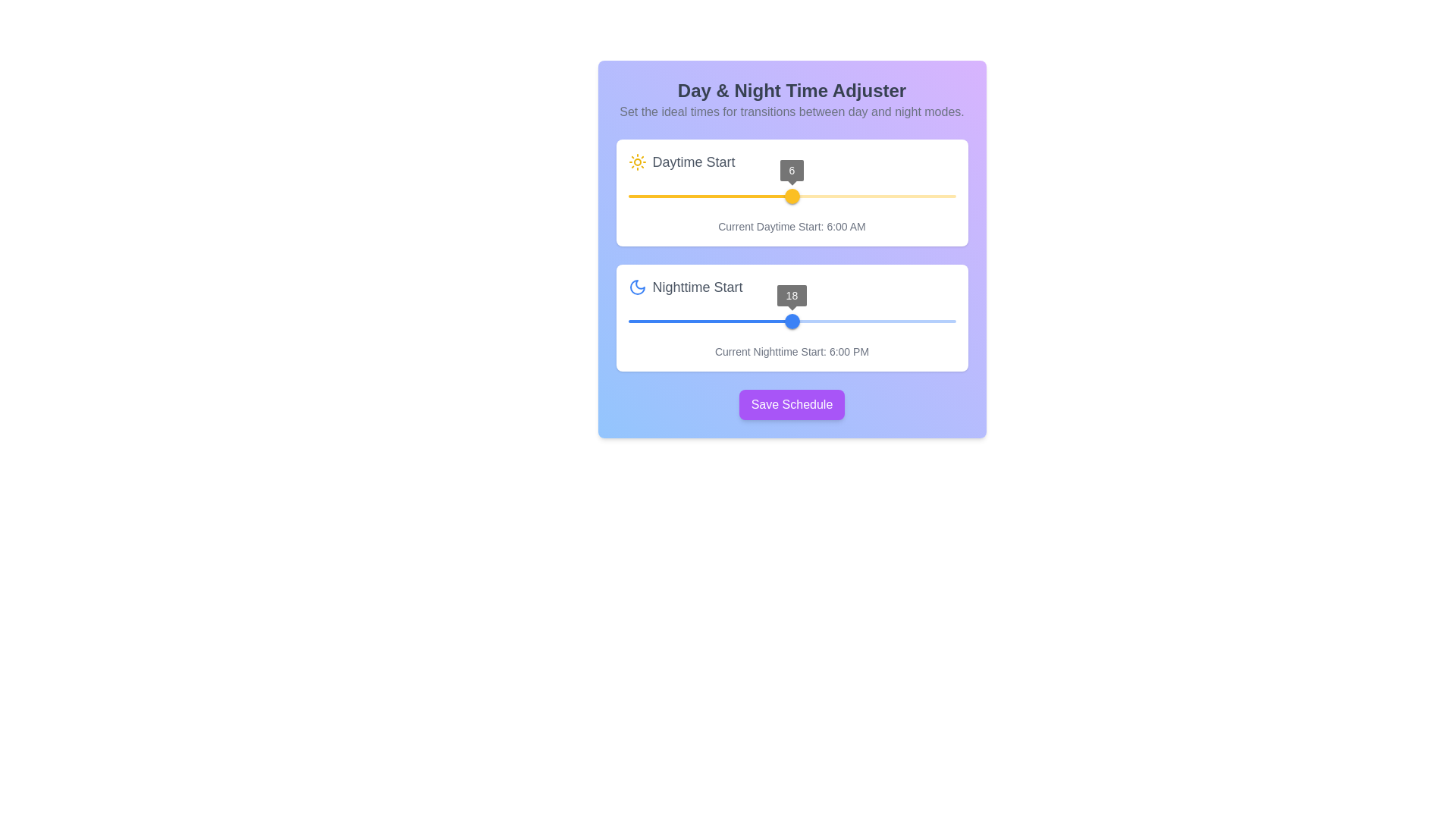 This screenshot has width=1456, height=819. I want to click on the gray circular UI component displaying the number '6', which is located directly above the slider marker in the 'Daytime Start' section, so click(791, 170).